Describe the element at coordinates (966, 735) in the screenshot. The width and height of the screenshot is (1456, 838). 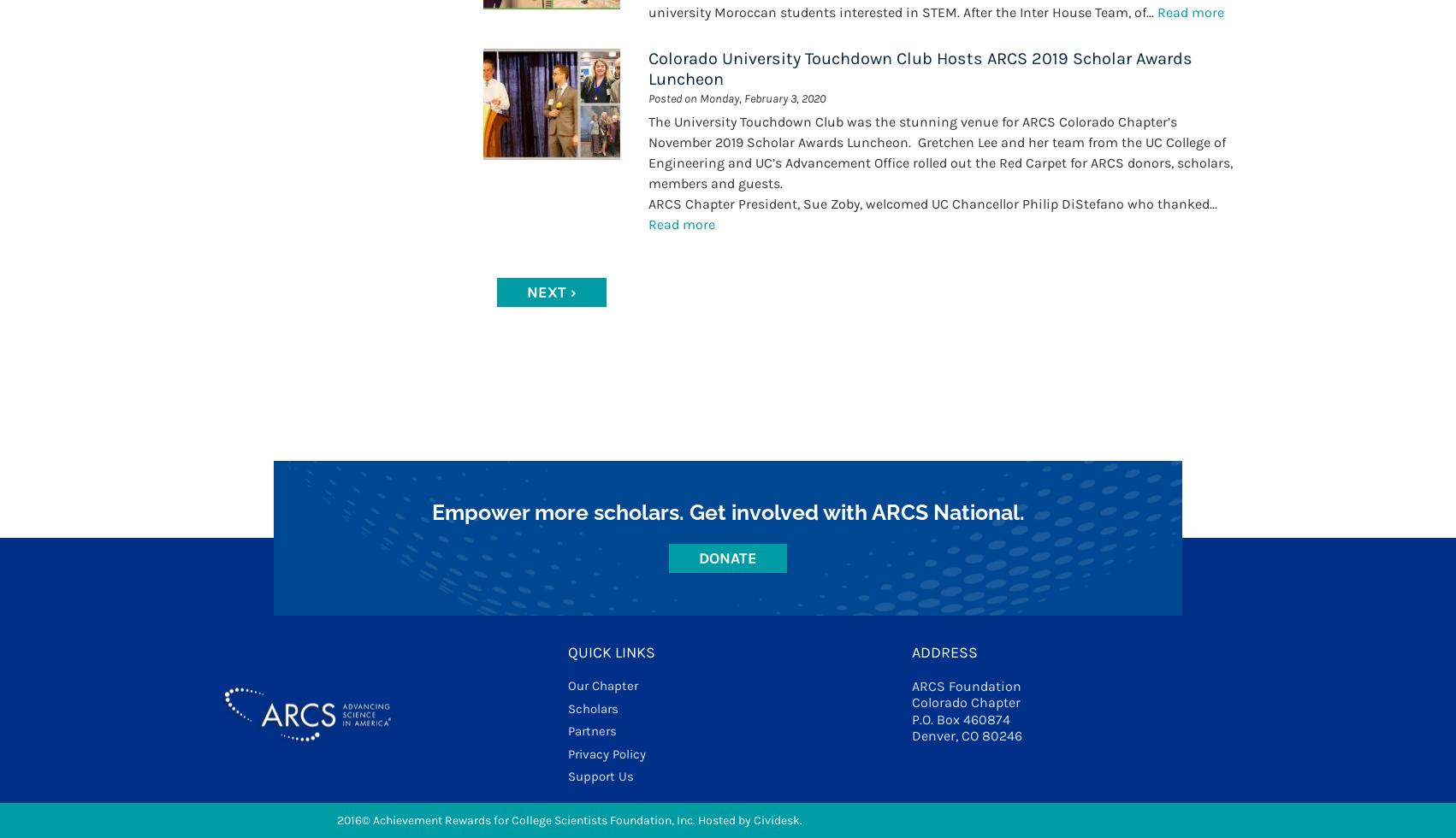
I see `'Denver, CO 80246'` at that location.